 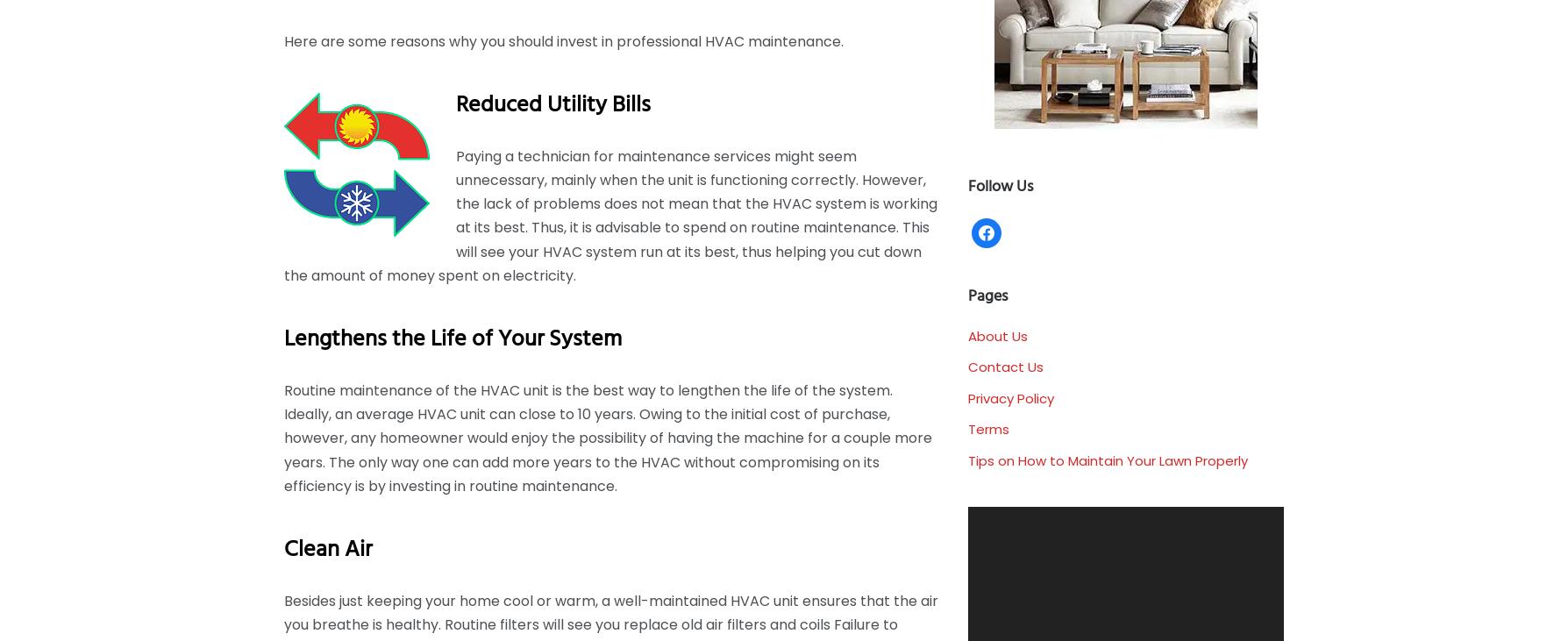 I want to click on 'About Us', so click(x=997, y=335).